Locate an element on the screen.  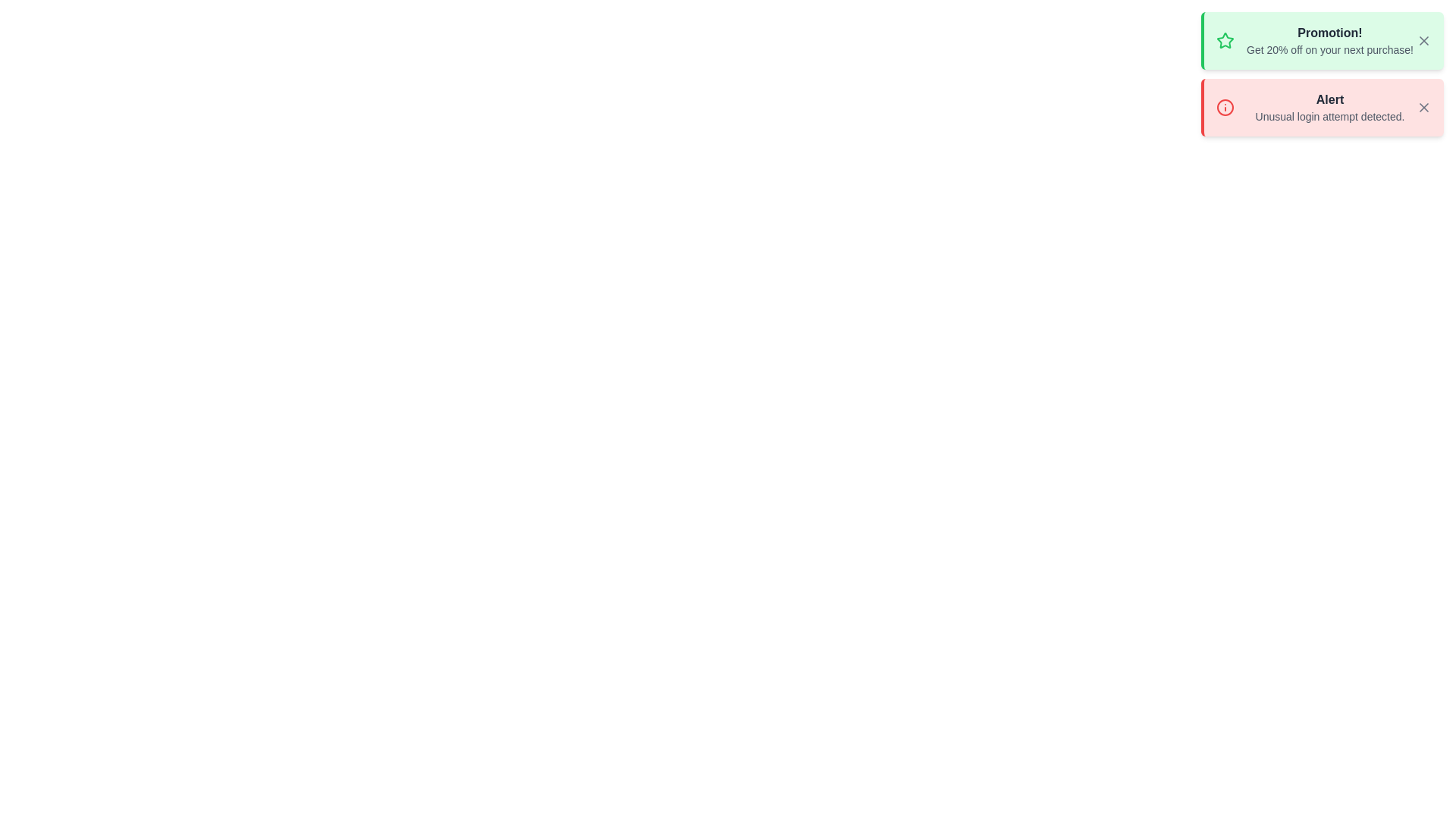
information related to the alert notification represented by the SVG Circle Element located in the upper-right corner of the interface is located at coordinates (1225, 107).